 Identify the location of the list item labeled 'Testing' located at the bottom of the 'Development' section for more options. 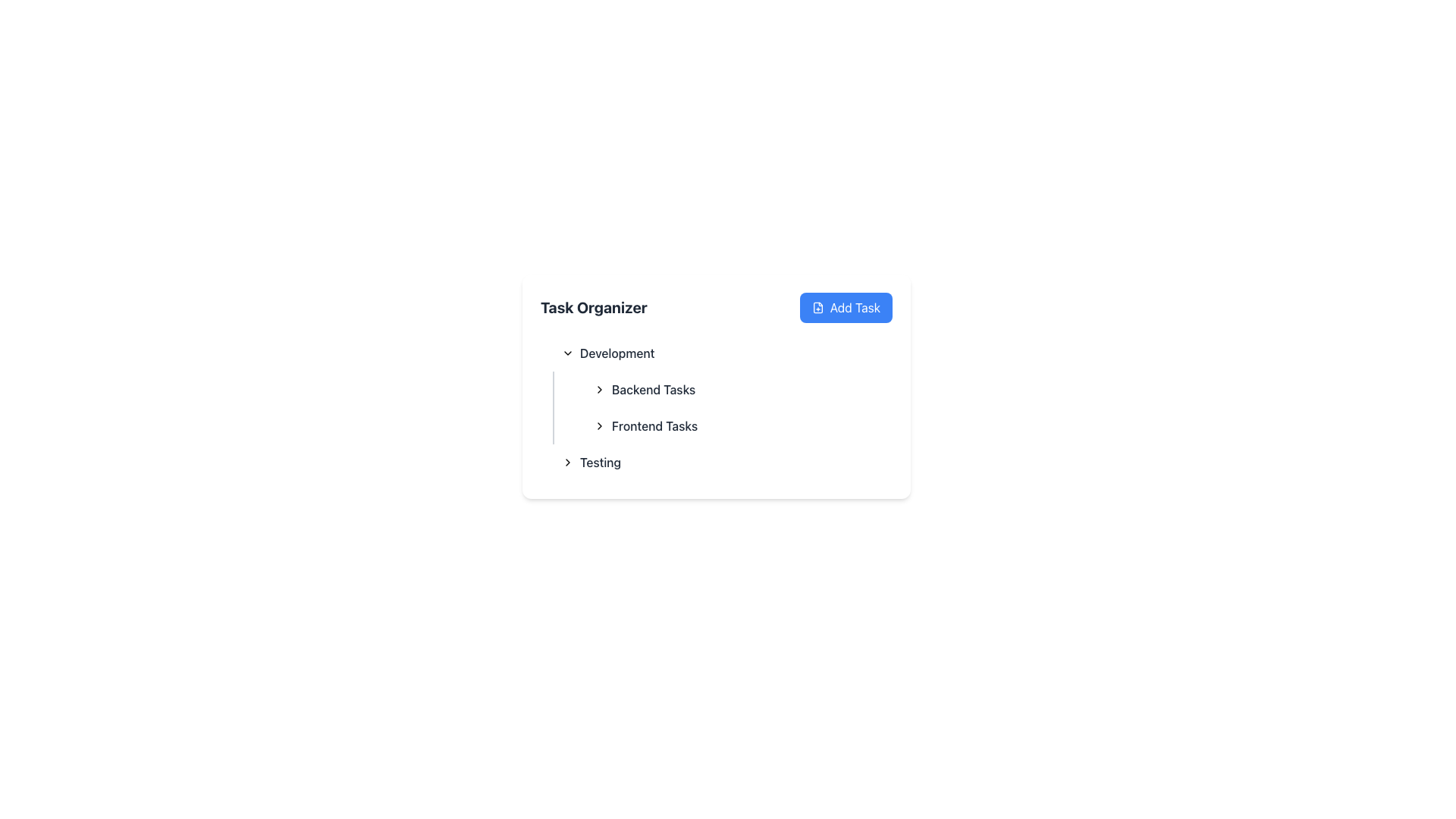
(716, 461).